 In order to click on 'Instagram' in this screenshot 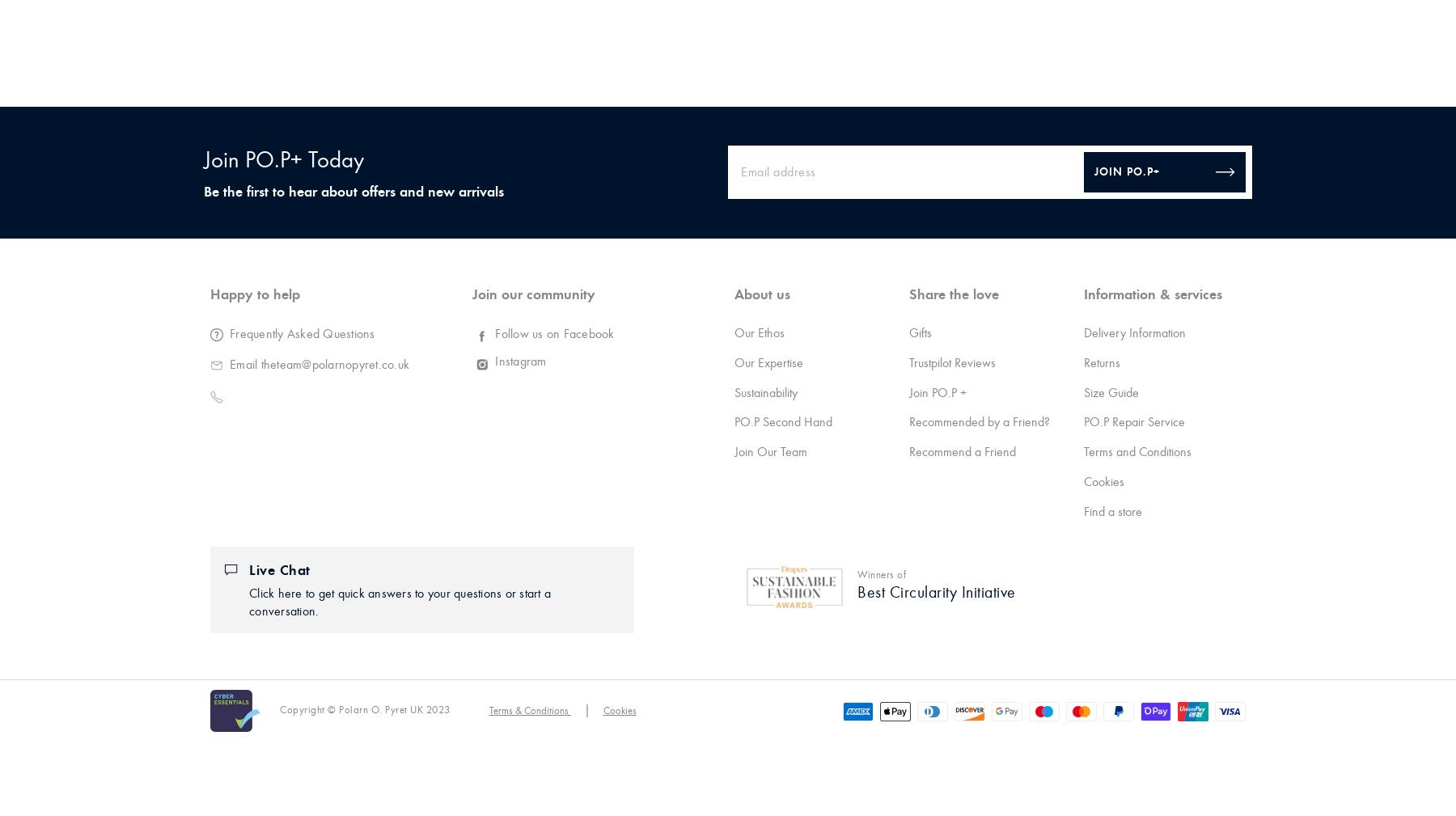, I will do `click(520, 360)`.